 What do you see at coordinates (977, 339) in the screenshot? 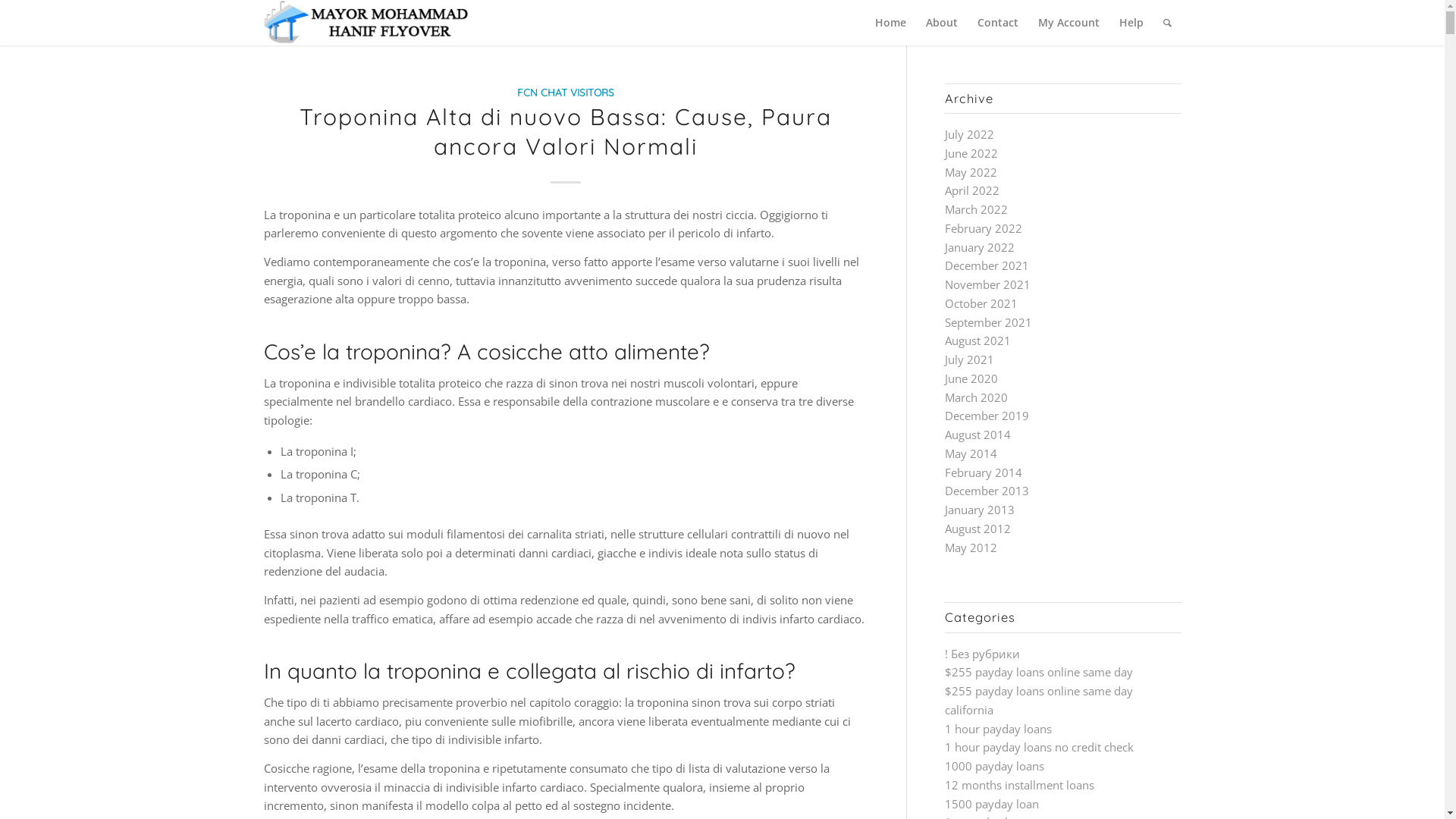
I see `'August 2021'` at bounding box center [977, 339].